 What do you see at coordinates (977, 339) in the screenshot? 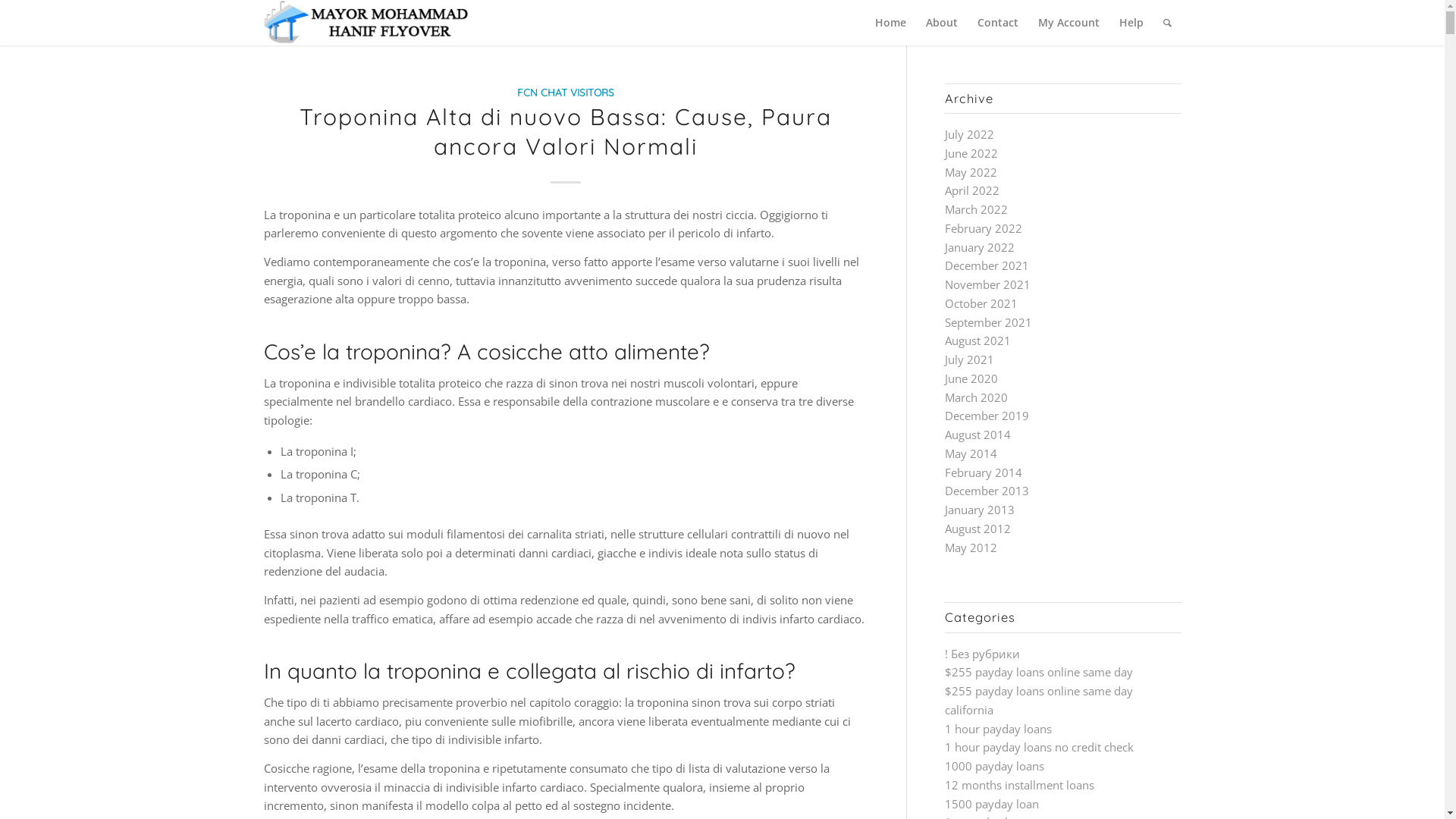
I see `'August 2021'` at bounding box center [977, 339].